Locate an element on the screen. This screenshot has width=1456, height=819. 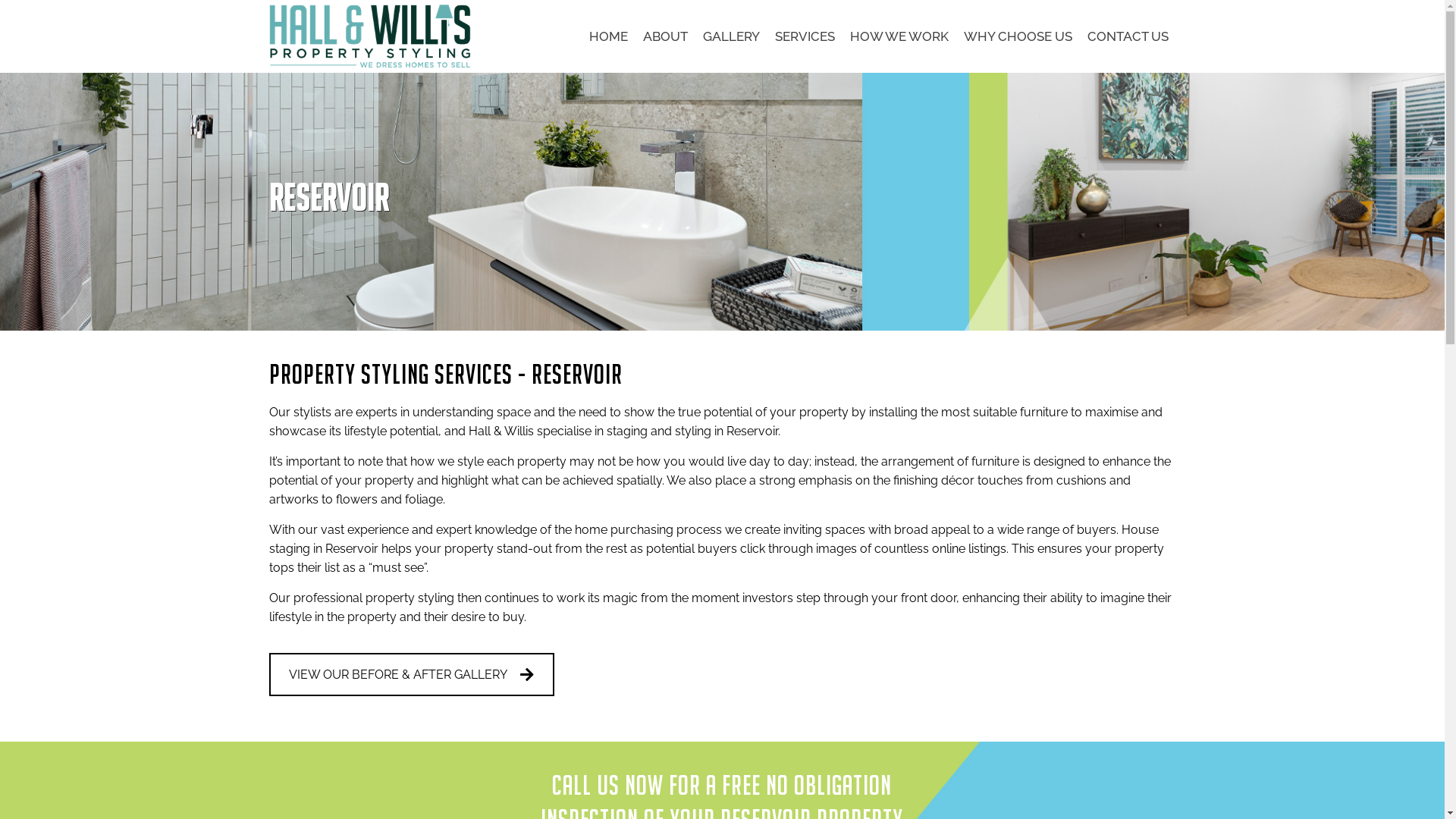
'WHY CHOOSE US' is located at coordinates (1017, 35).